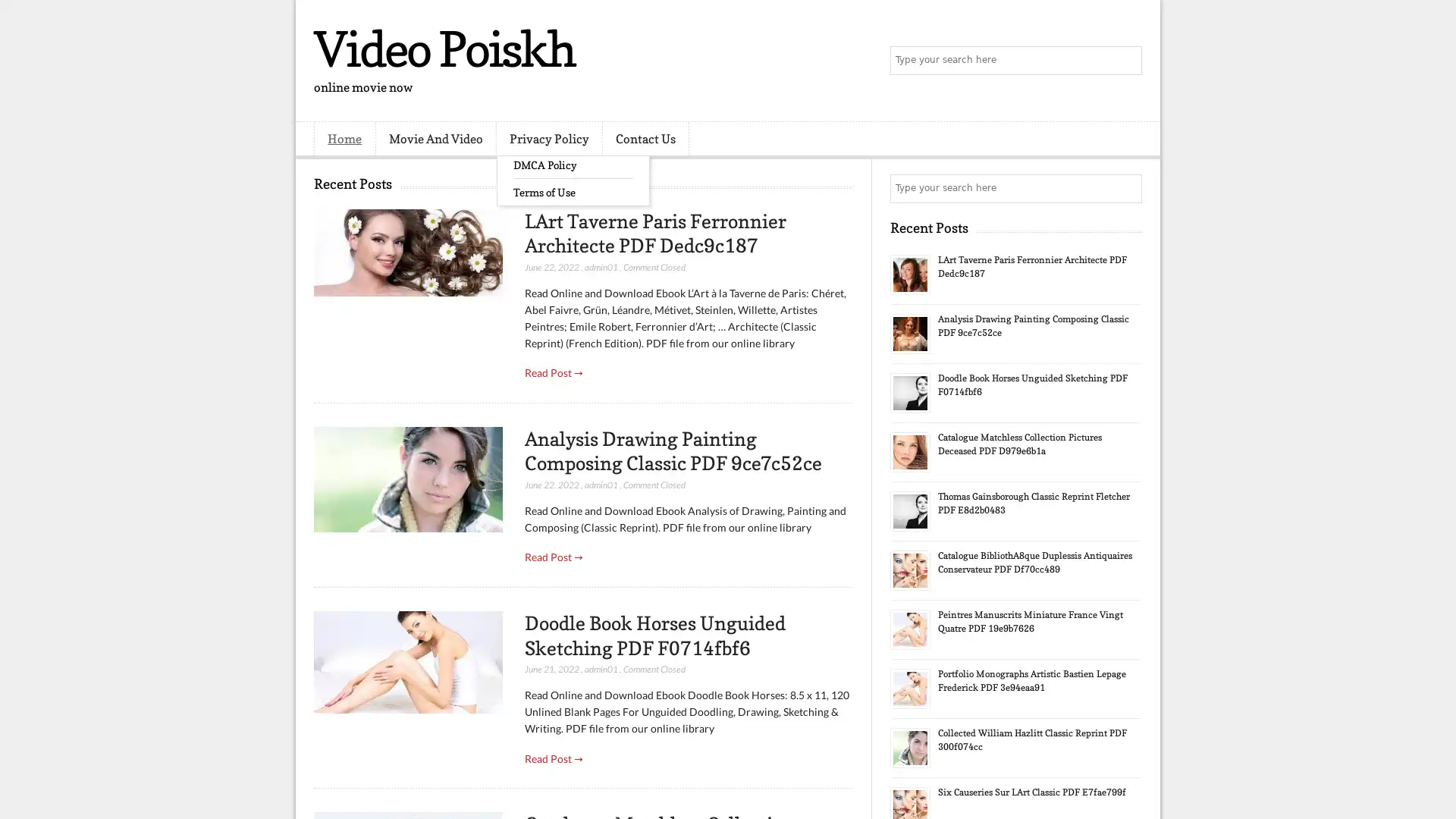  I want to click on Search, so click(1126, 61).